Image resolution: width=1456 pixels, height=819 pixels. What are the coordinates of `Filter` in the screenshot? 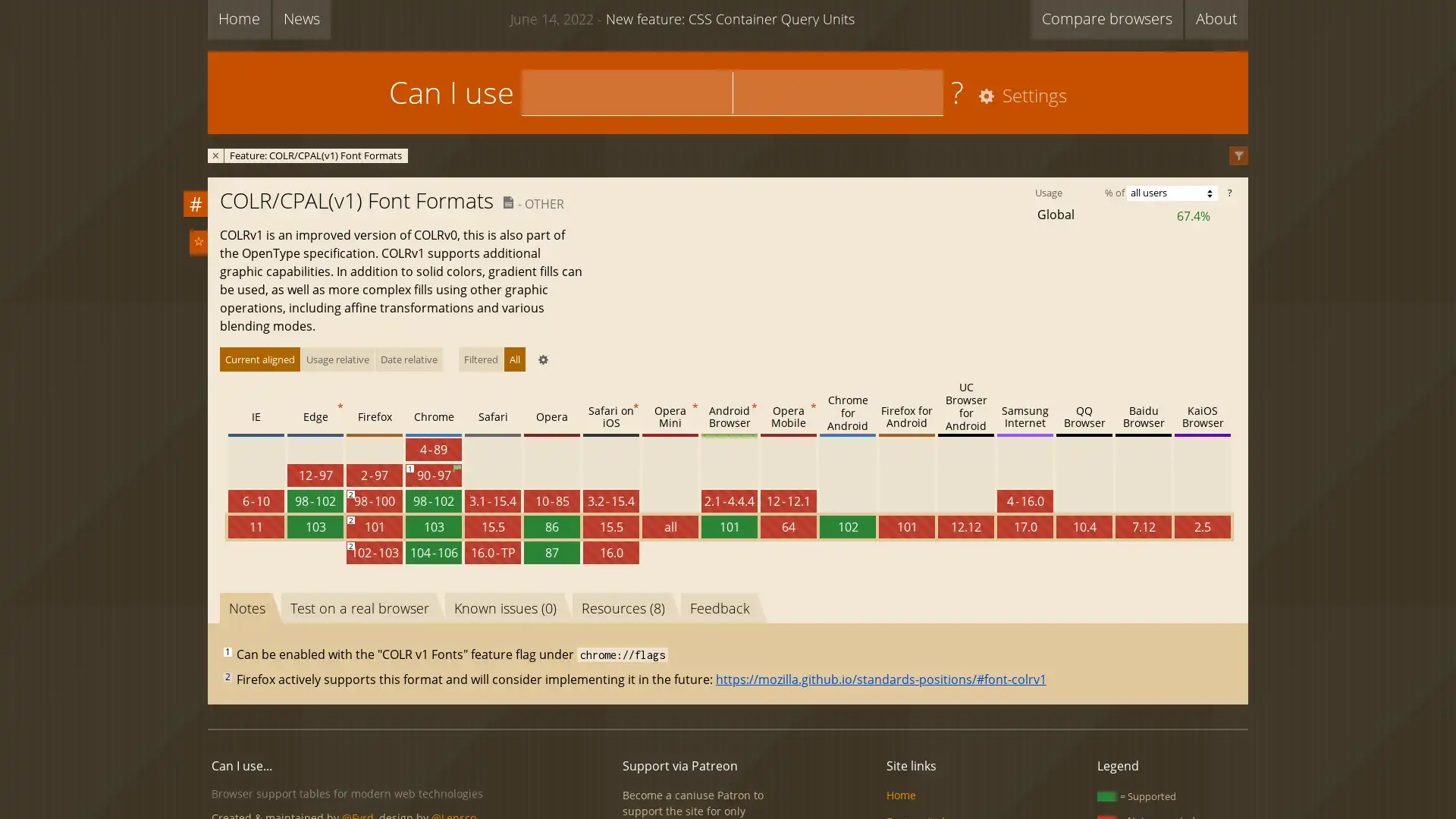 It's located at (1238, 155).